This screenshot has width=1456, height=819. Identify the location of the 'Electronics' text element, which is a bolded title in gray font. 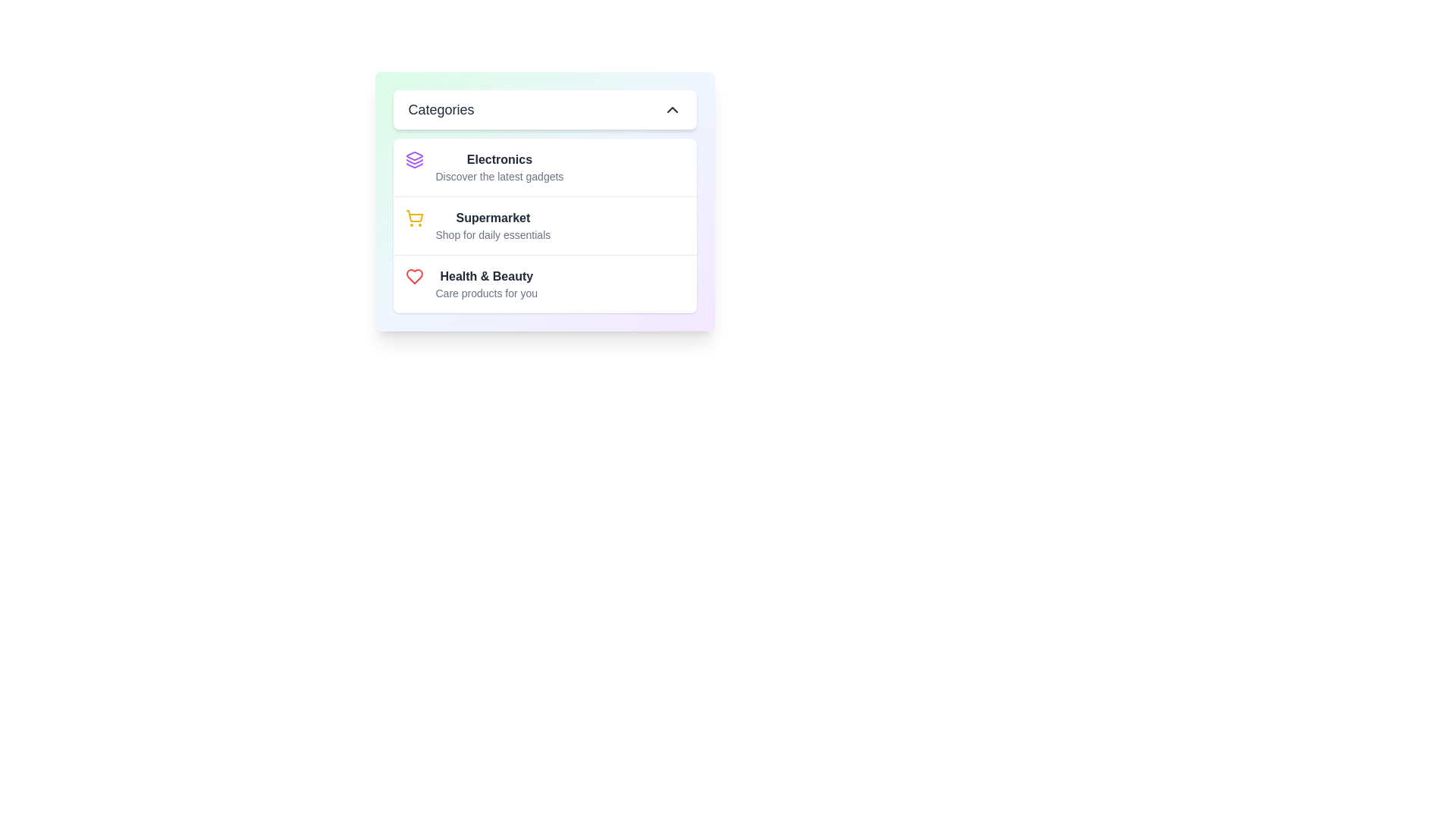
(499, 167).